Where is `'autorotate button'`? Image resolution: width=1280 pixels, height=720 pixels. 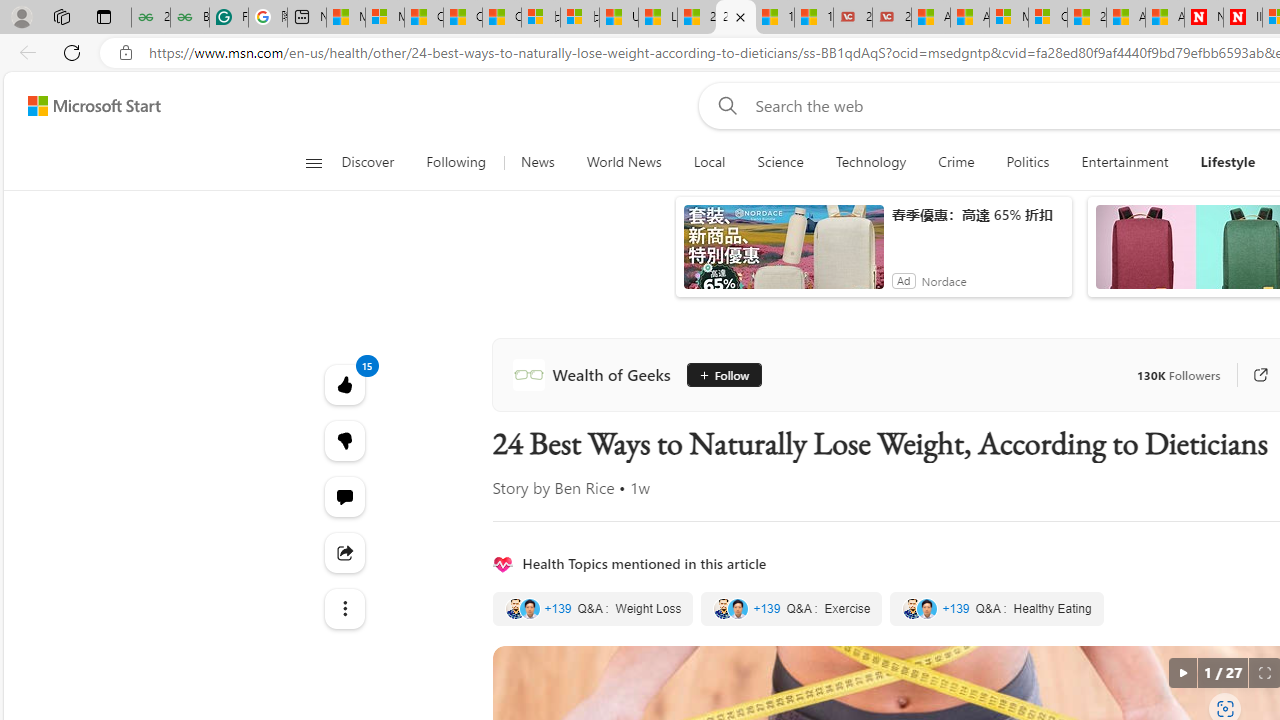 'autorotate button' is located at coordinates (1182, 673).